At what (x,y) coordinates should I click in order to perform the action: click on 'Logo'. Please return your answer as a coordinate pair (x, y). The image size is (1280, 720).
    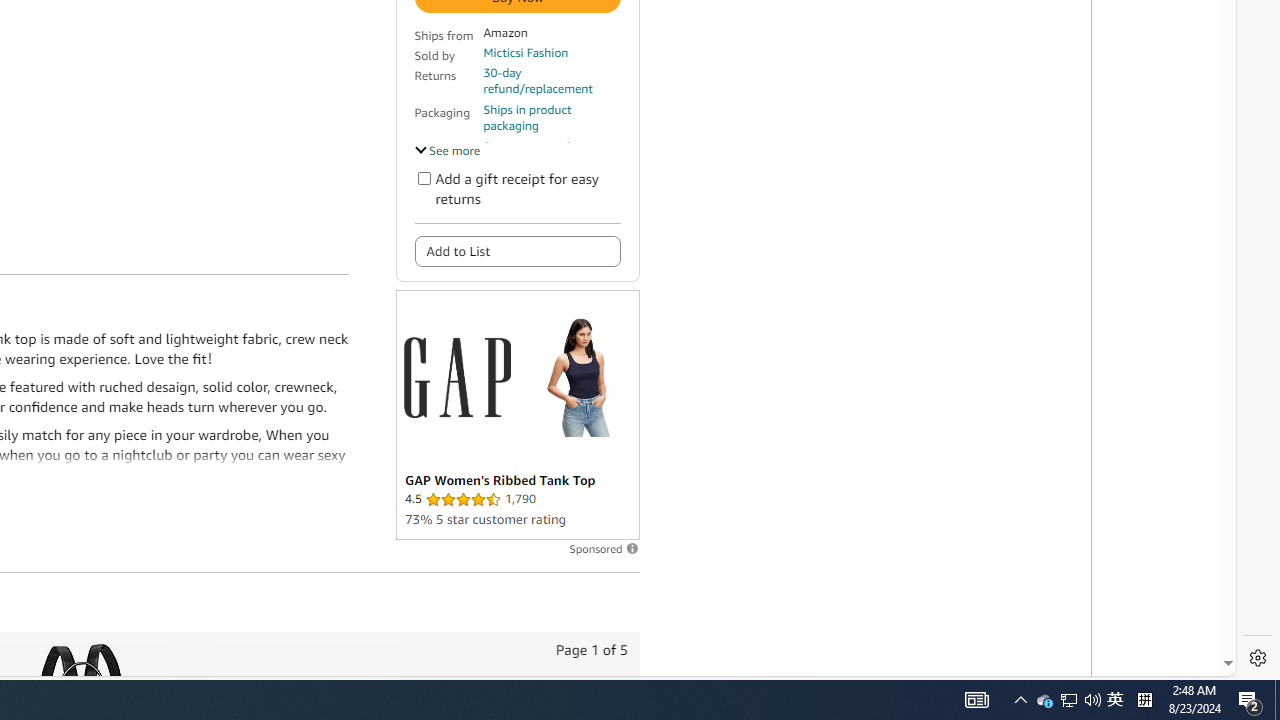
    Looking at the image, I should click on (455, 377).